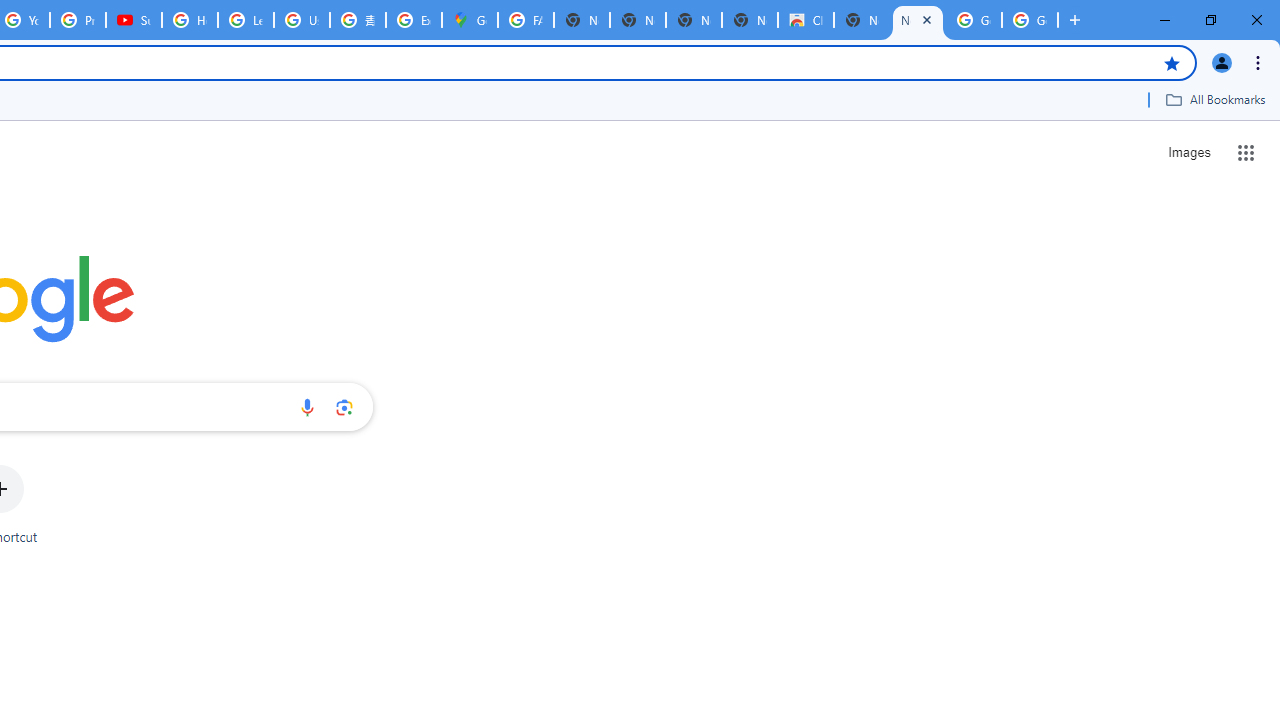 The image size is (1280, 720). What do you see at coordinates (133, 20) in the screenshot?
I see `'Subscriptions - YouTube'` at bounding box center [133, 20].